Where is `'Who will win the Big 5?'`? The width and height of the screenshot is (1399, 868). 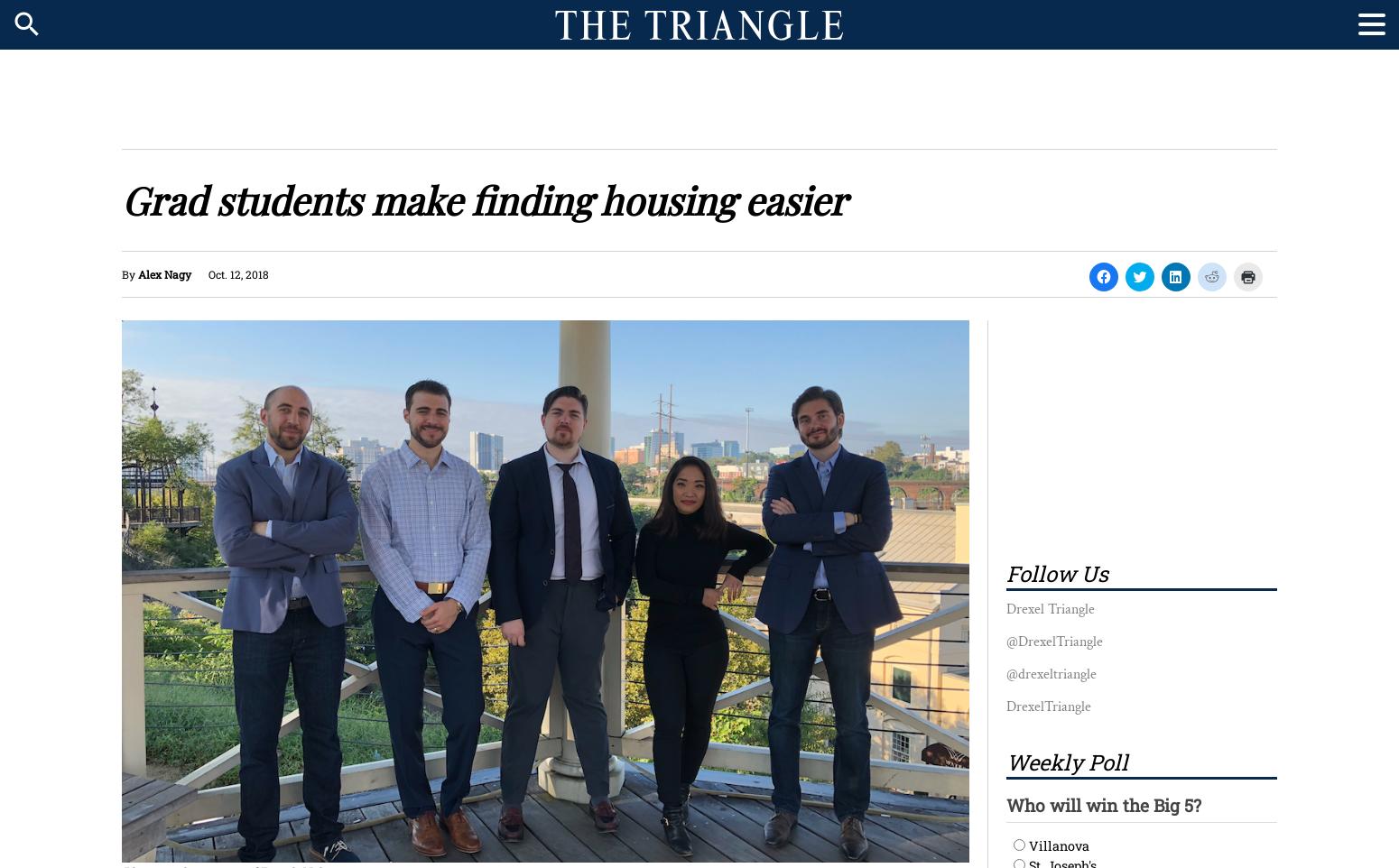 'Who will win the Big 5?' is located at coordinates (1005, 804).